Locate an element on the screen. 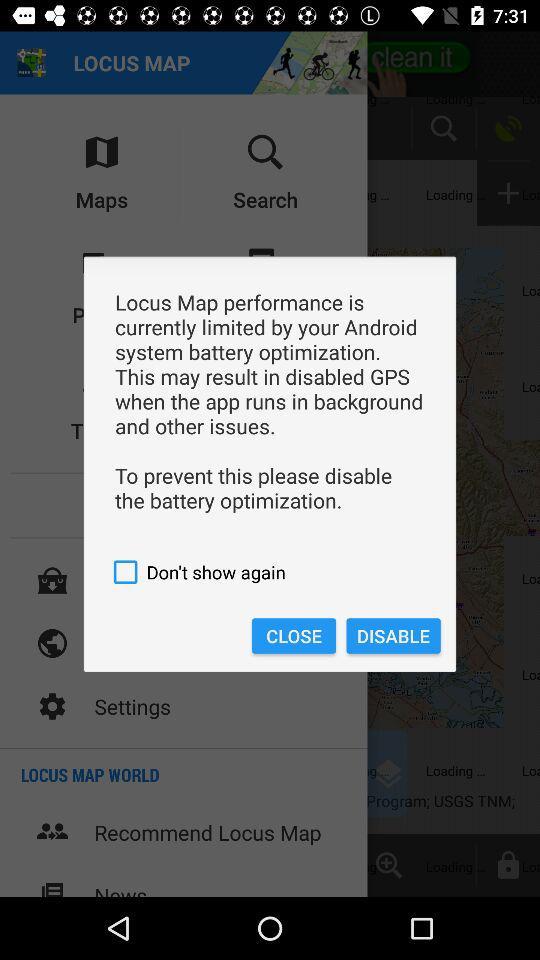 The image size is (540, 960). the icon below the don t show item is located at coordinates (292, 635).